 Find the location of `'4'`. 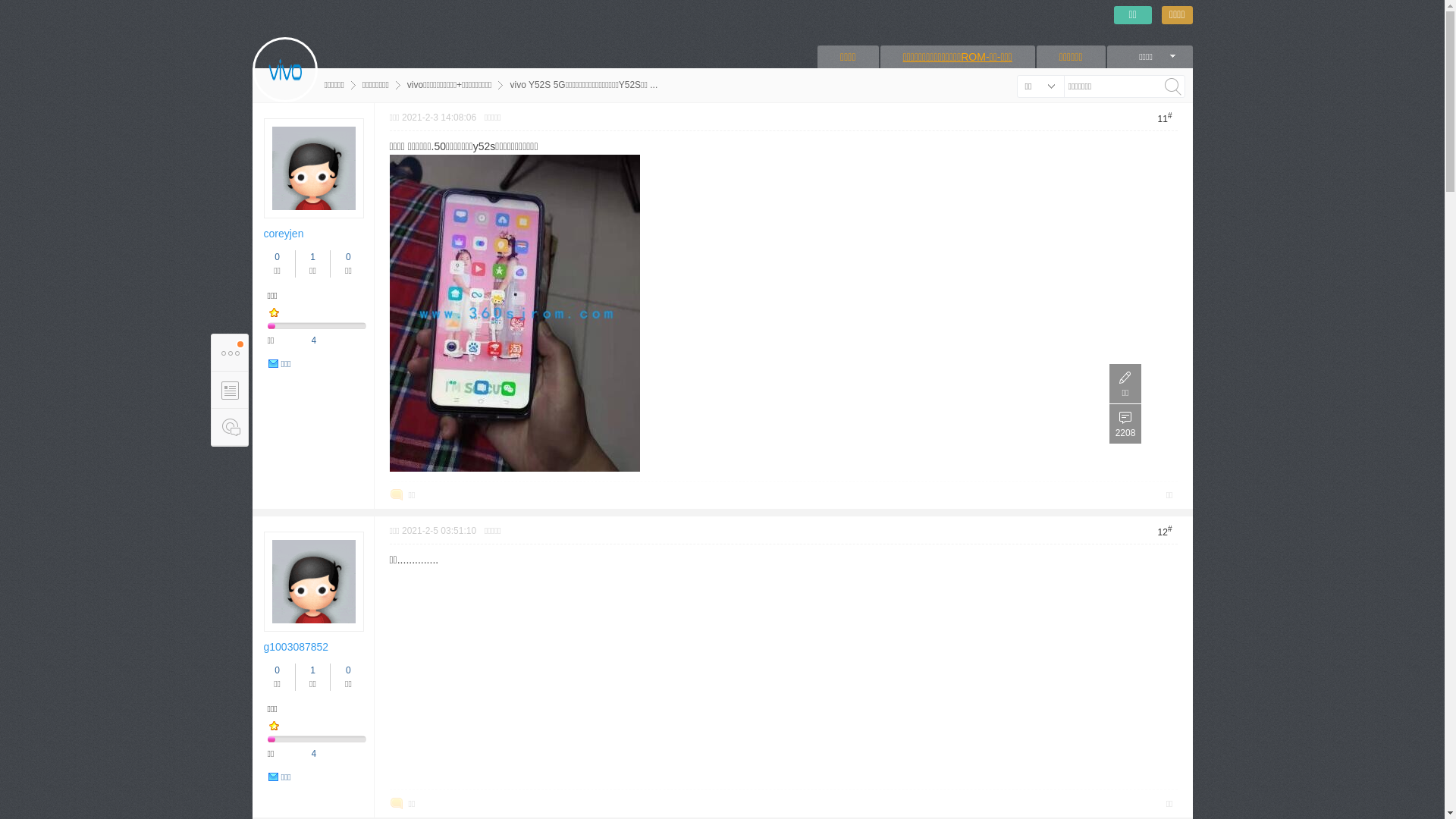

'4' is located at coordinates (312, 339).